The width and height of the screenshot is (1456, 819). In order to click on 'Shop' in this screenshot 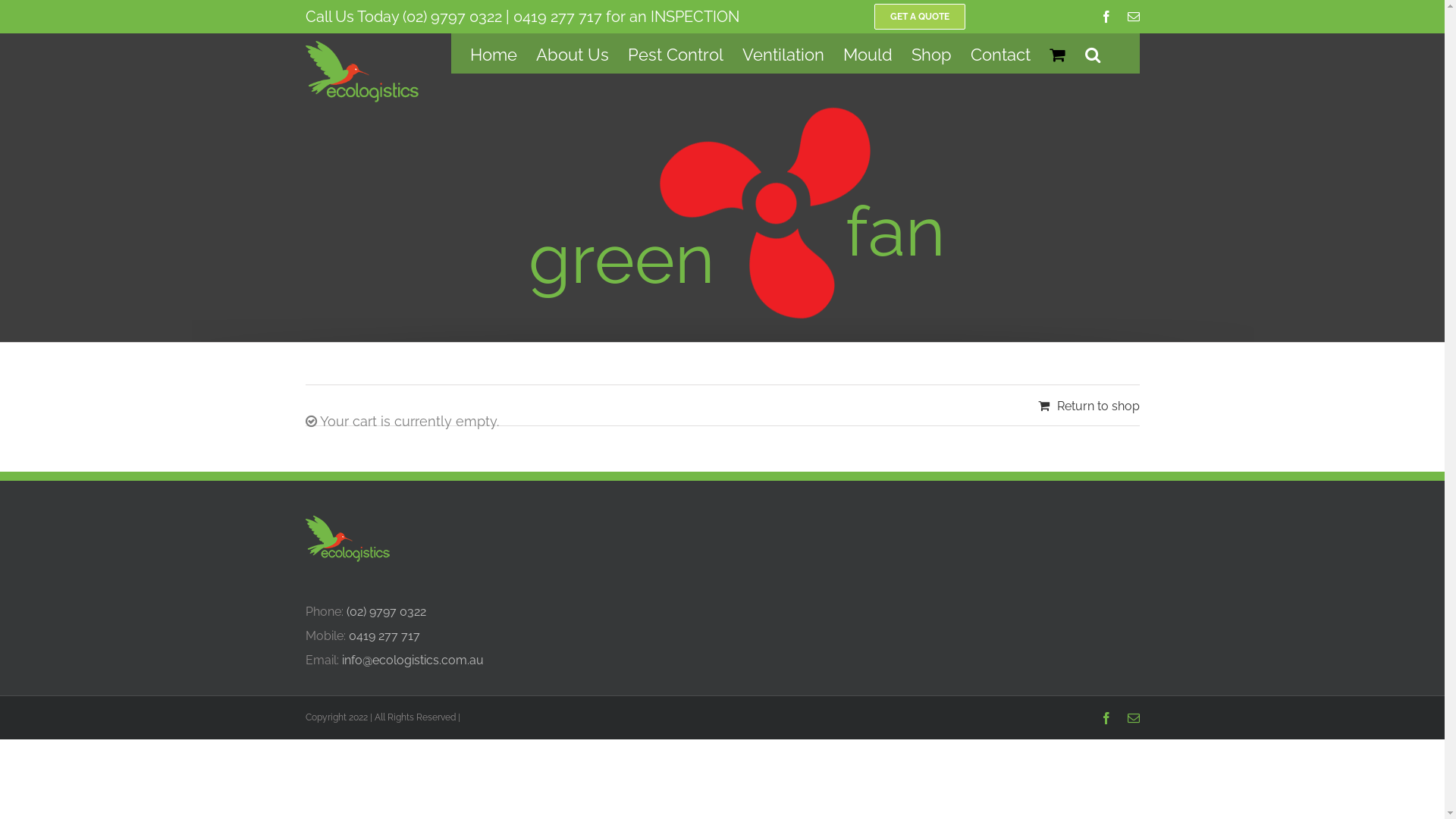, I will do `click(930, 52)`.